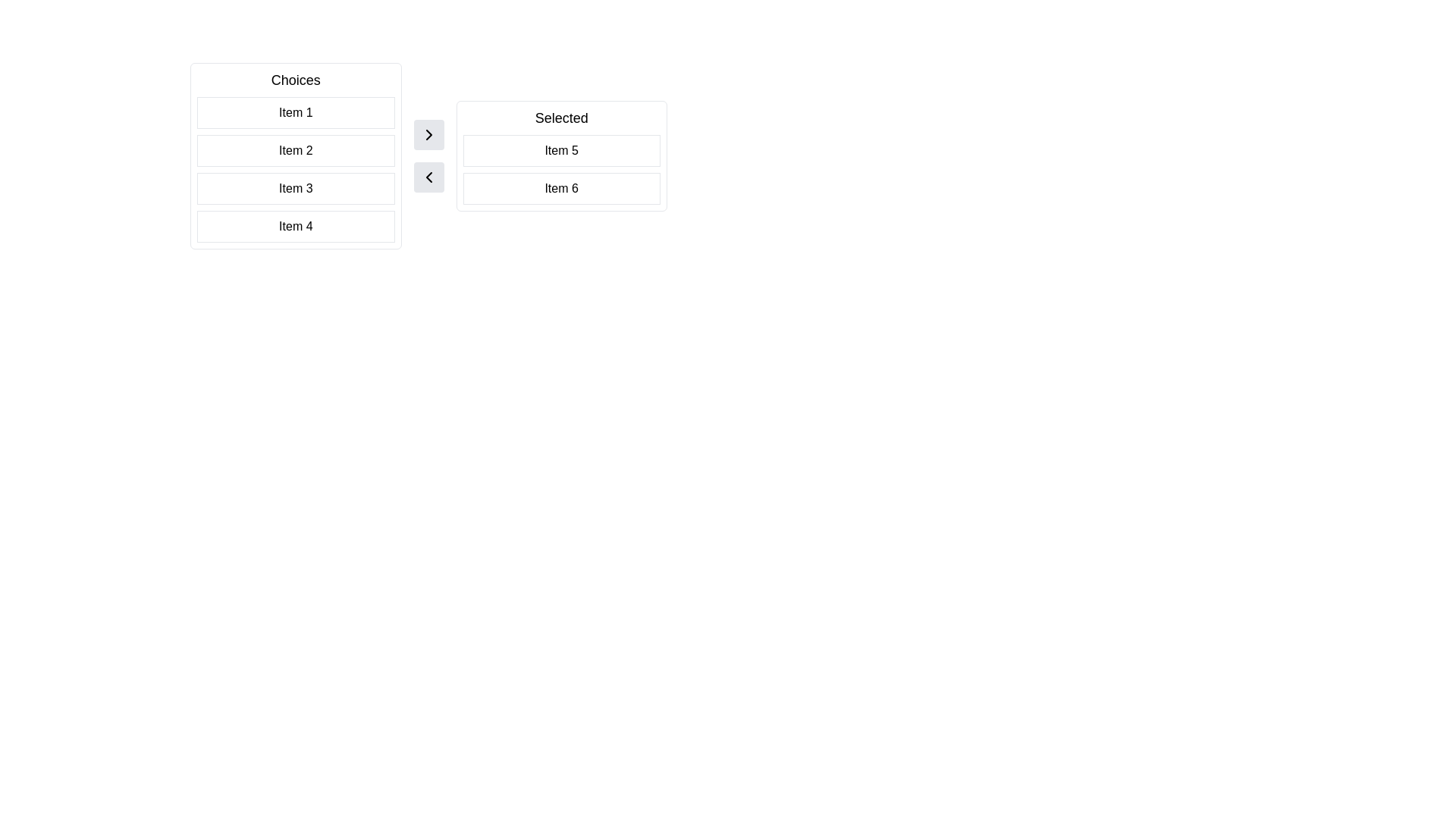  Describe the element at coordinates (560, 188) in the screenshot. I see `the static display box that indicates the selected item, located directly below 'Item 5' in the 'Selected' section` at that location.